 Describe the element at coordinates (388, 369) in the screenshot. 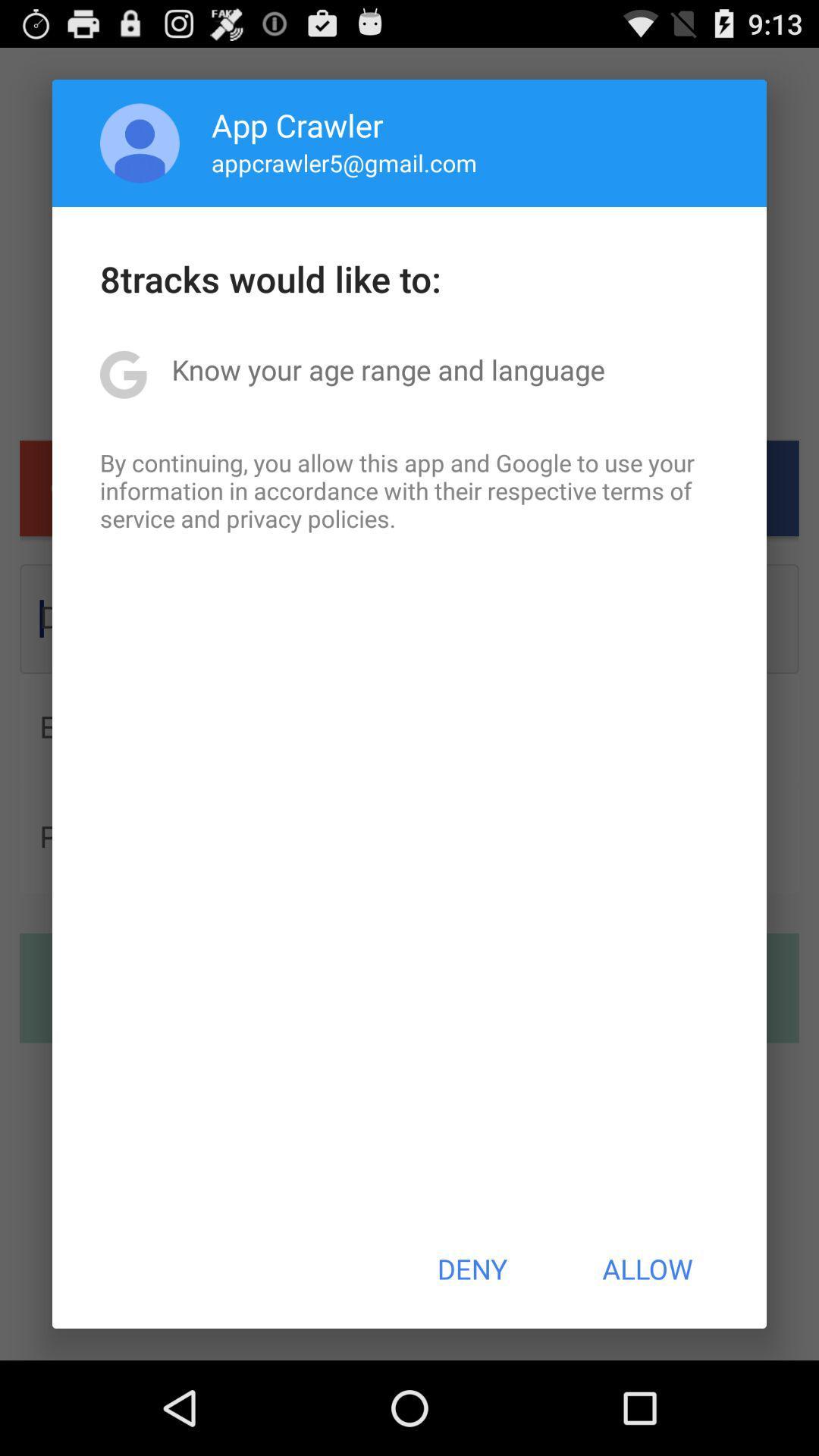

I see `the item below 8tracks would like app` at that location.